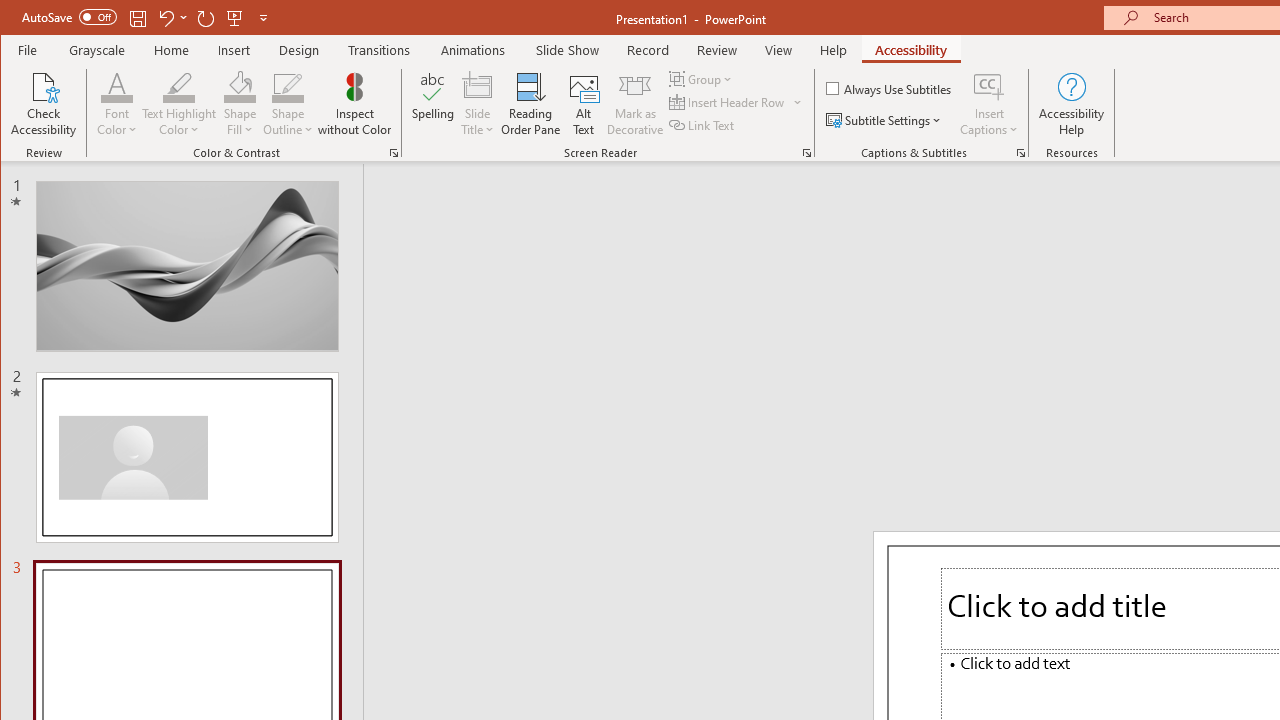 The image size is (1280, 720). I want to click on 'Screen Reader', so click(807, 152).